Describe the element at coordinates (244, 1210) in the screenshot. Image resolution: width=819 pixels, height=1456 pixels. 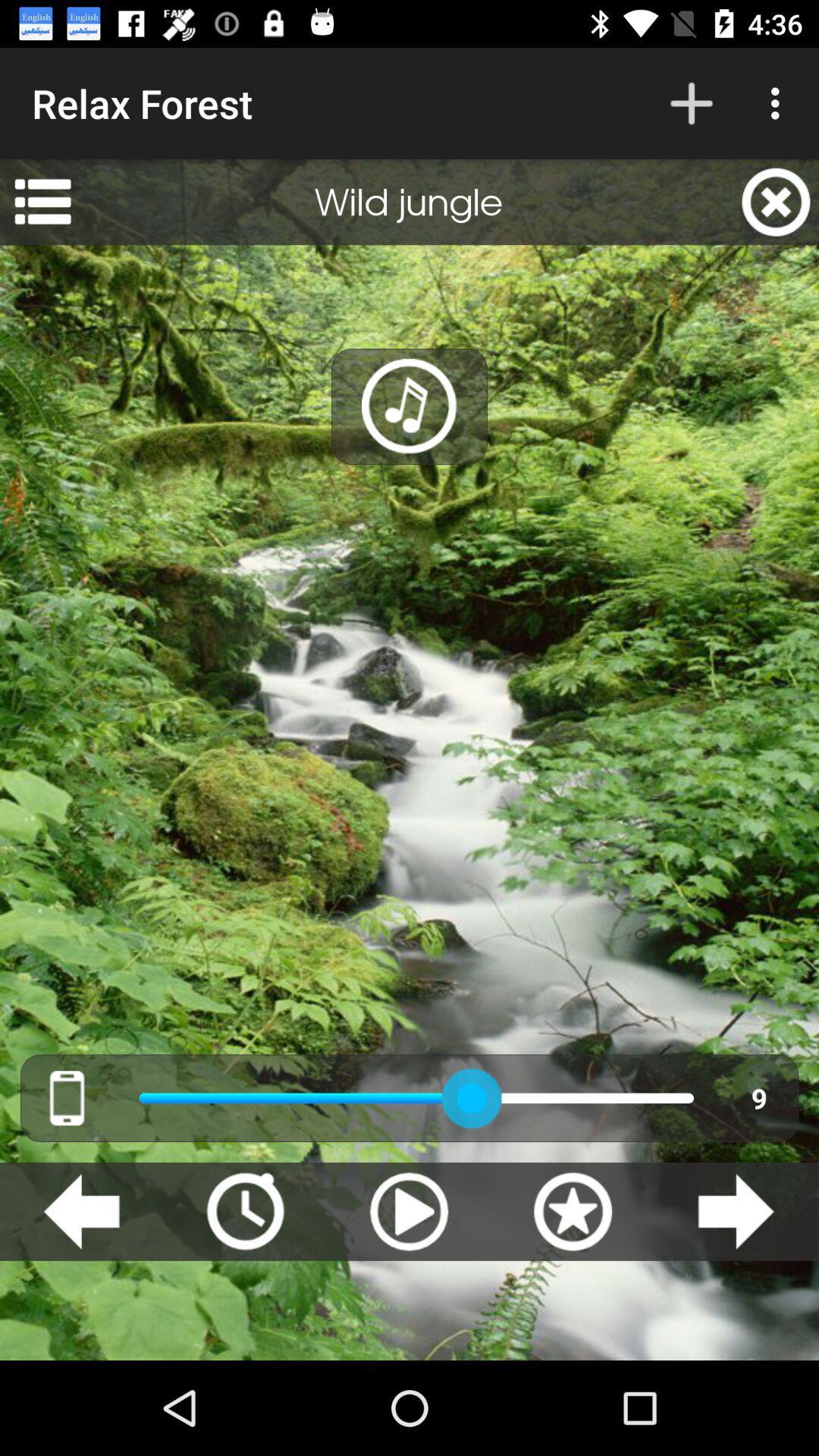
I see `the time icon` at that location.